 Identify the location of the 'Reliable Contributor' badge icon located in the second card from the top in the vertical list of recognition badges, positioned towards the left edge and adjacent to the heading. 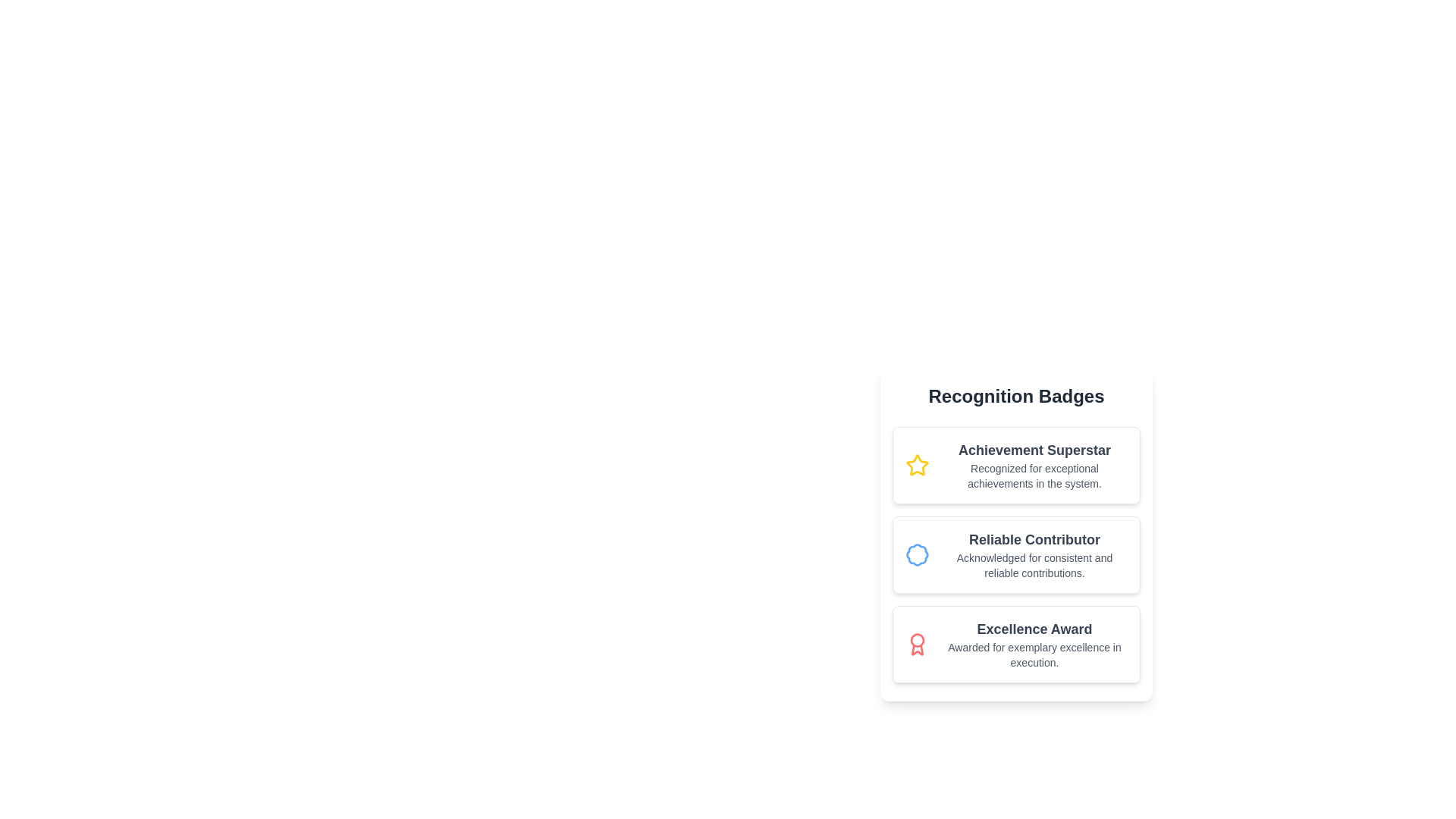
(923, 555).